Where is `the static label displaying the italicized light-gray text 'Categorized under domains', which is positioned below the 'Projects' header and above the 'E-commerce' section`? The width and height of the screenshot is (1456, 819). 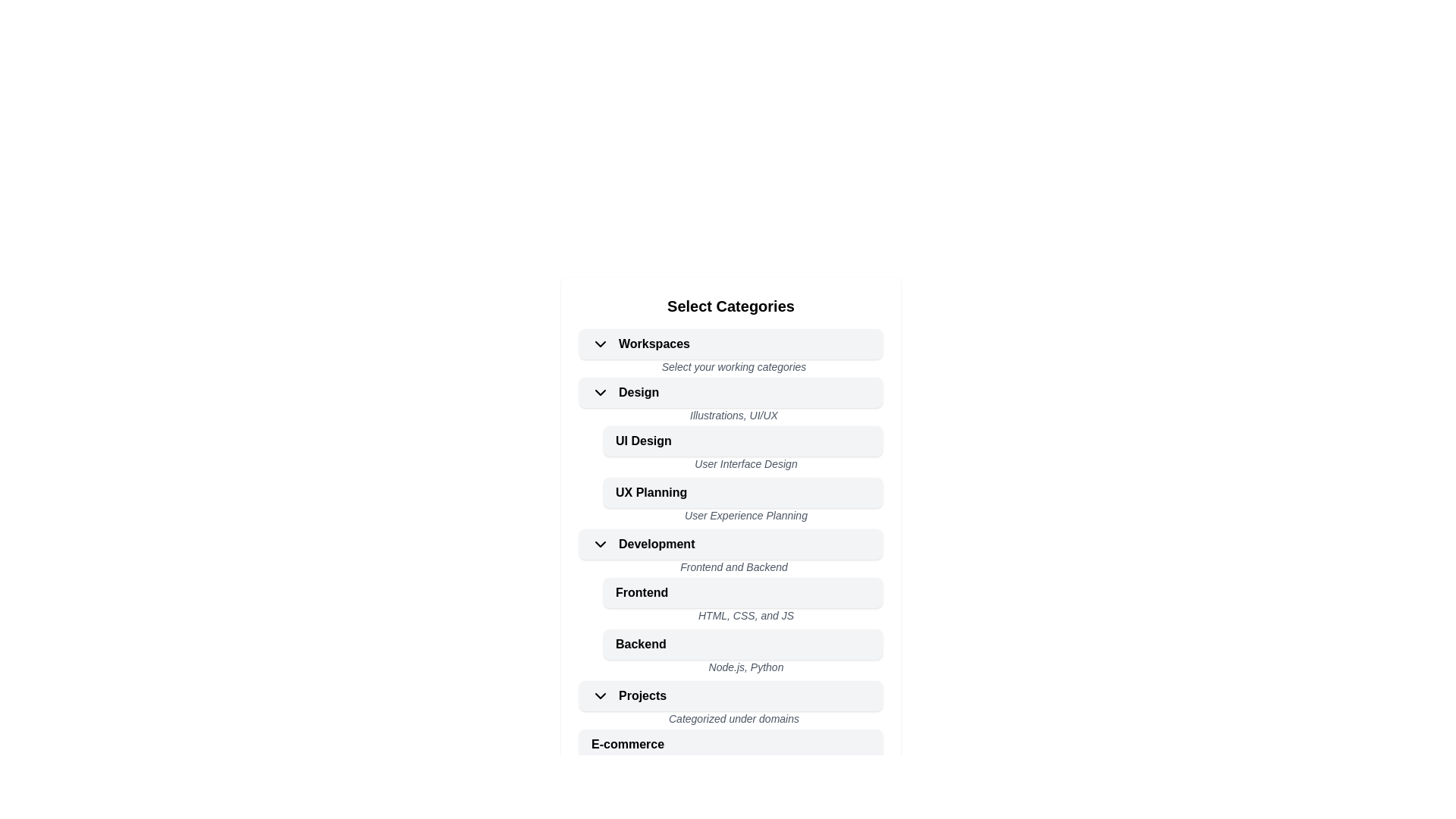 the static label displaying the italicized light-gray text 'Categorized under domains', which is positioned below the 'Projects' header and above the 'E-commerce' section is located at coordinates (731, 719).